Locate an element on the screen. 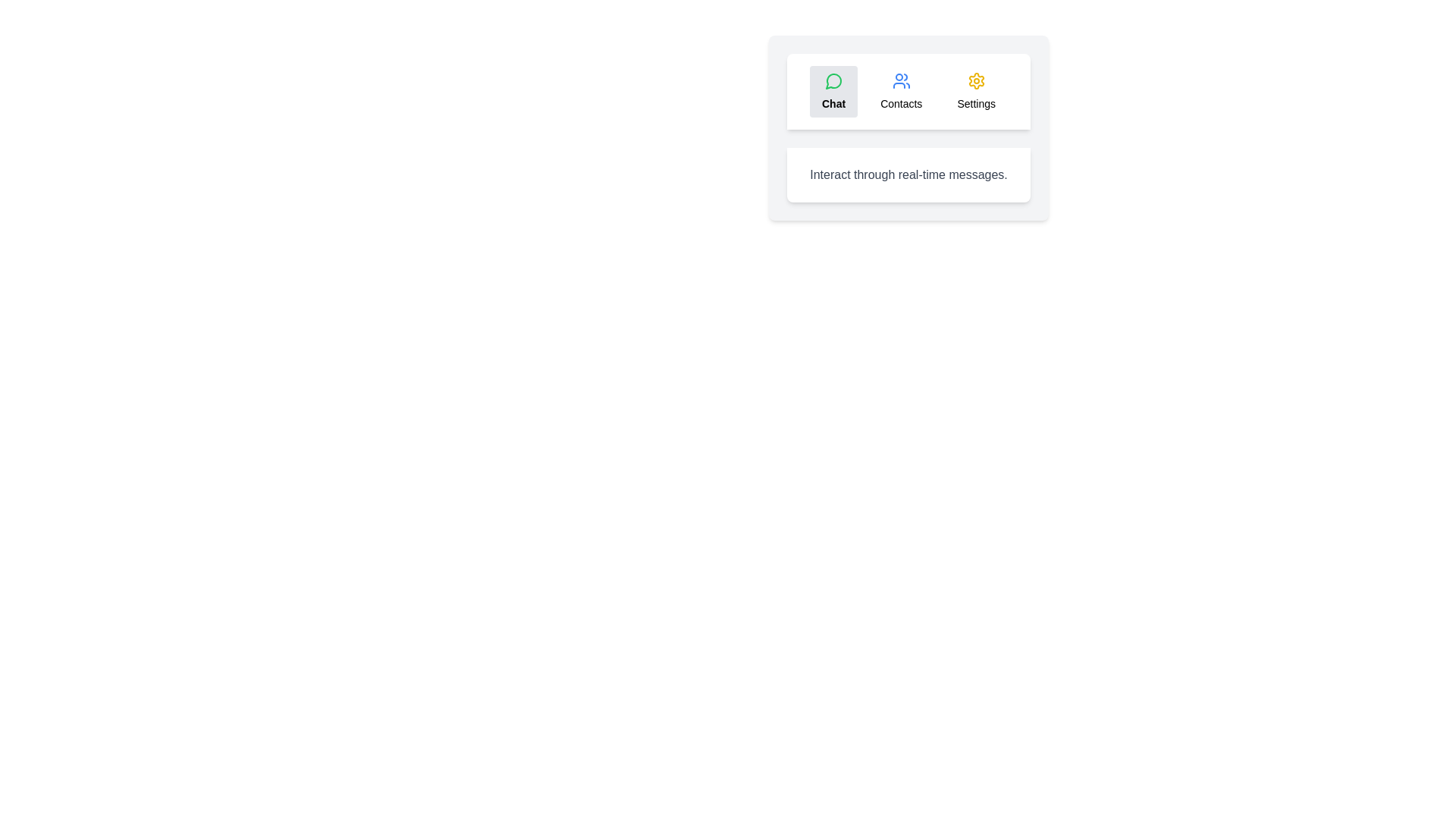  the Chat tab is located at coordinates (833, 91).